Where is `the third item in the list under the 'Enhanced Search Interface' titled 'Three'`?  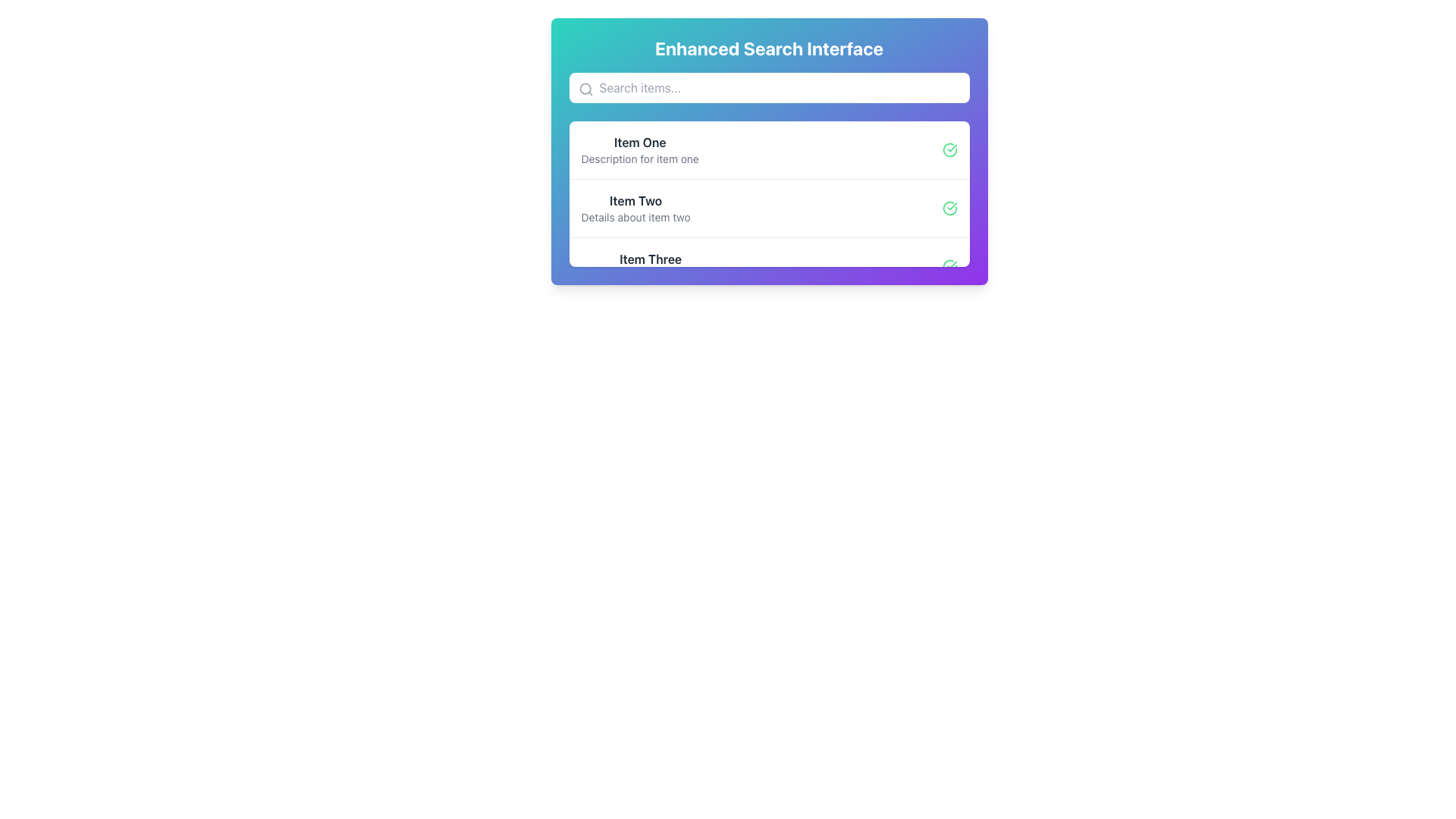
the third item in the list under the 'Enhanced Search Interface' titled 'Three' is located at coordinates (651, 265).